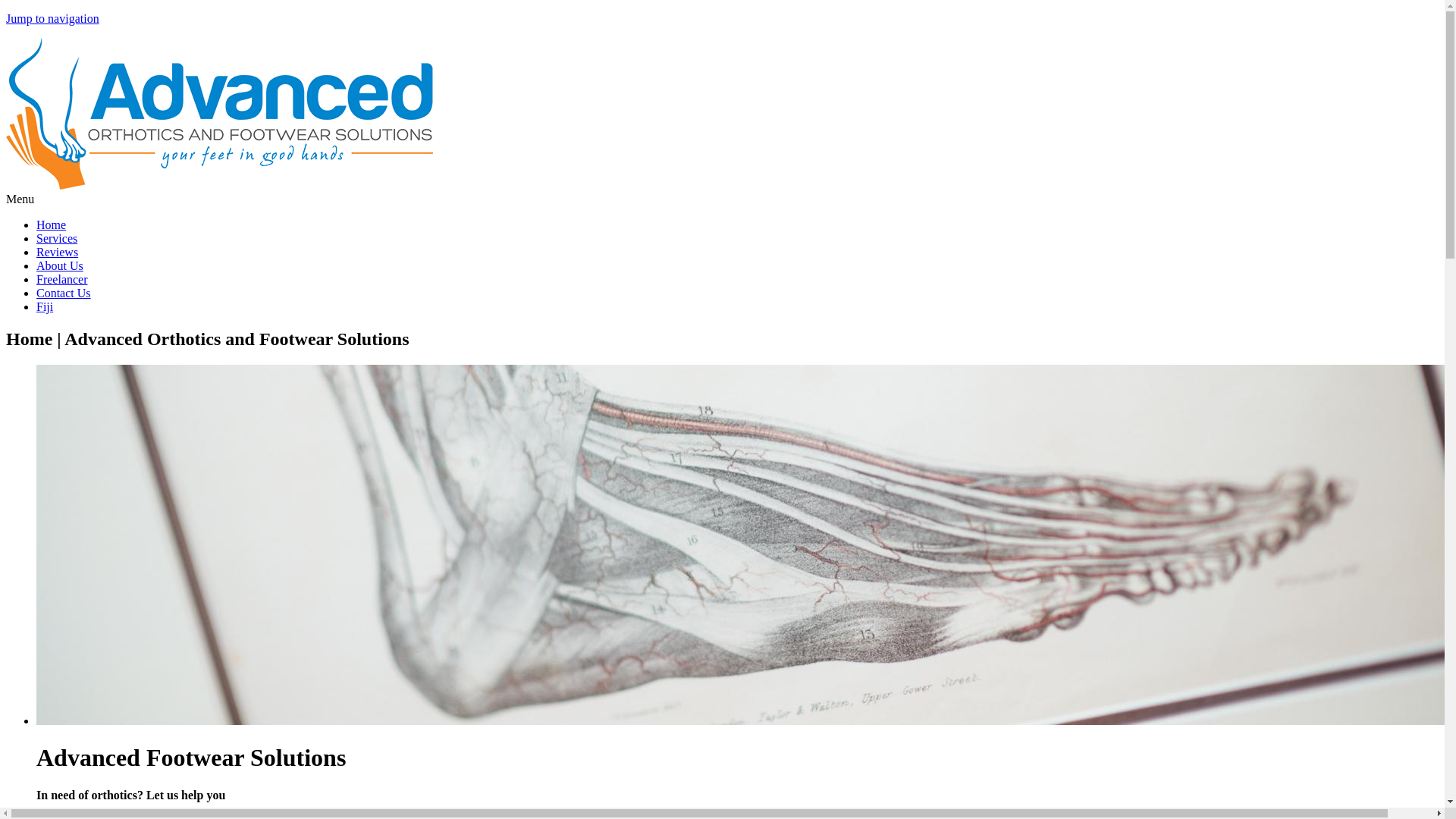 Image resolution: width=1456 pixels, height=819 pixels. I want to click on 'Fiji', so click(44, 306).